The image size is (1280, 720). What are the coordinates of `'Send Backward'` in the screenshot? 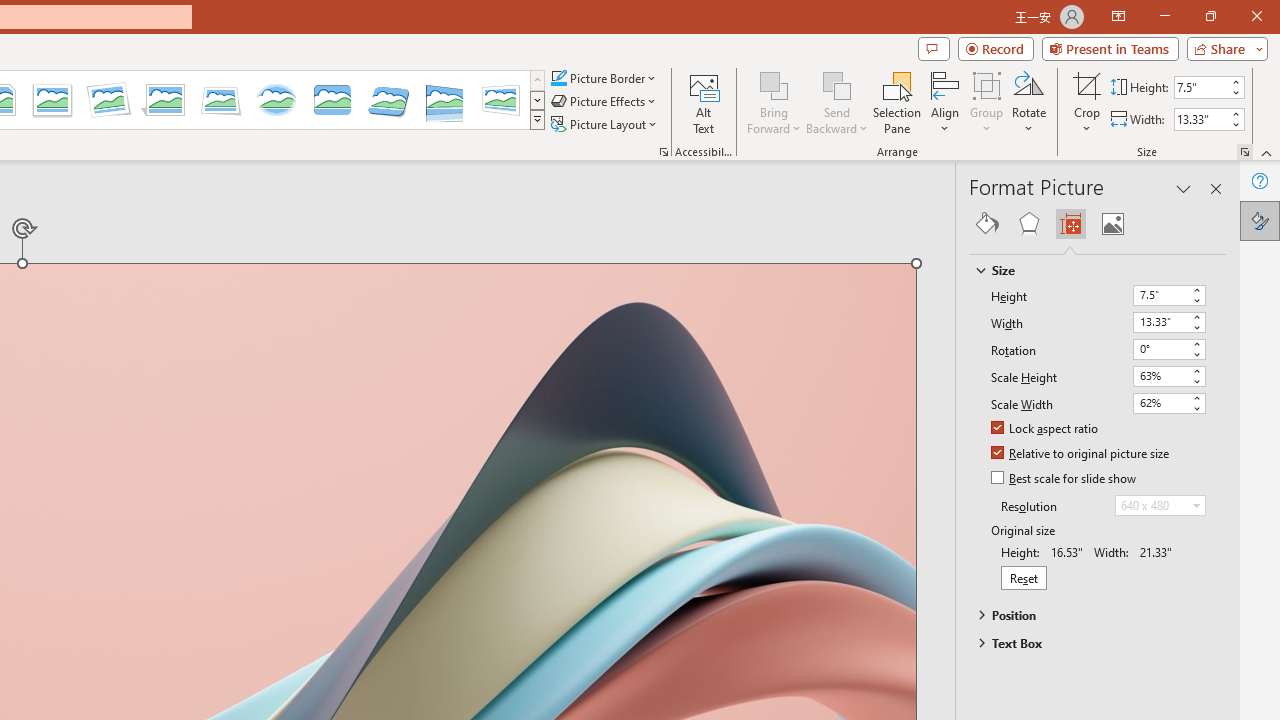 It's located at (837, 103).